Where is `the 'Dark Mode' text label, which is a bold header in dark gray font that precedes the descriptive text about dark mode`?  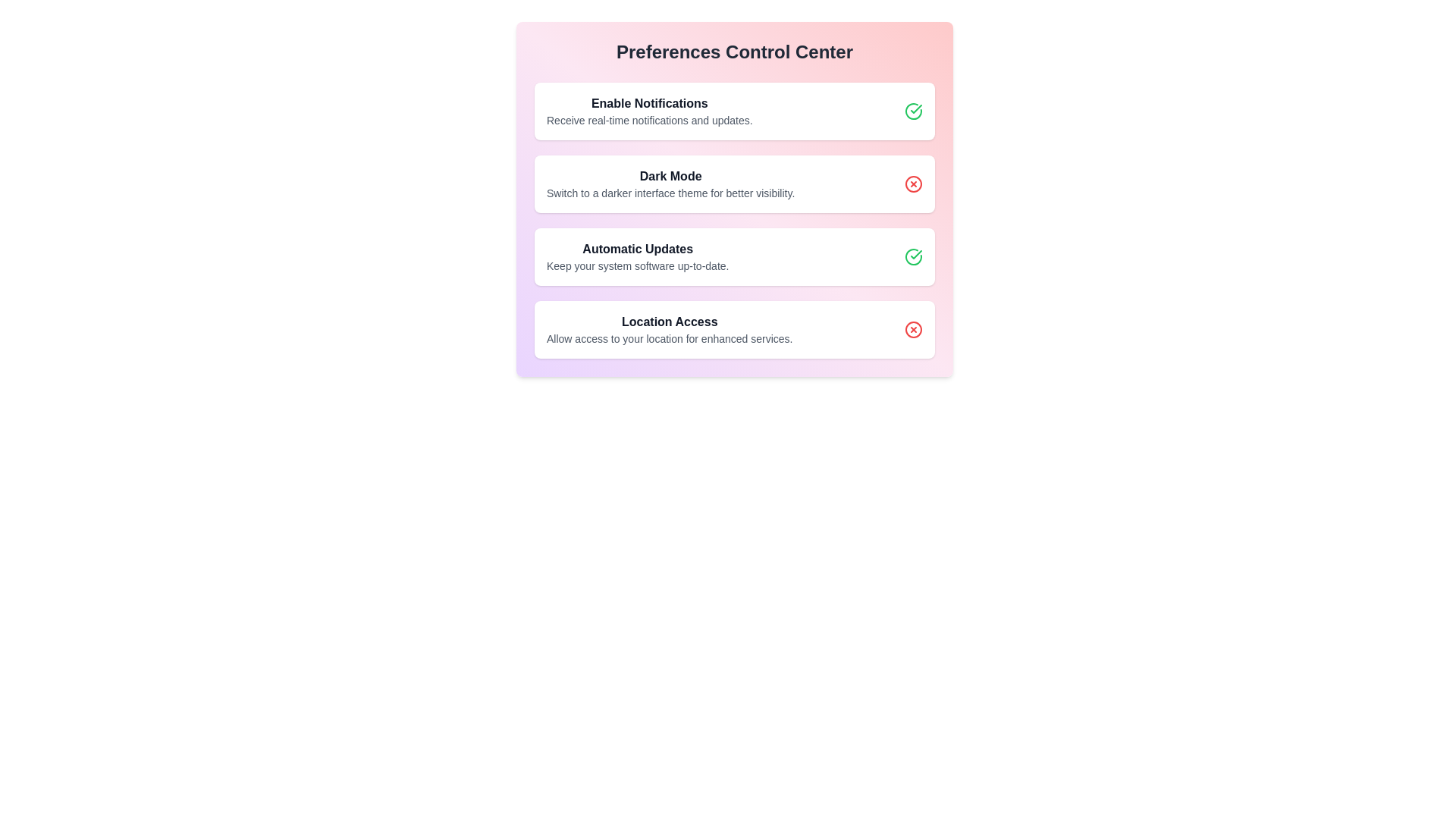 the 'Dark Mode' text label, which is a bold header in dark gray font that precedes the descriptive text about dark mode is located at coordinates (670, 175).